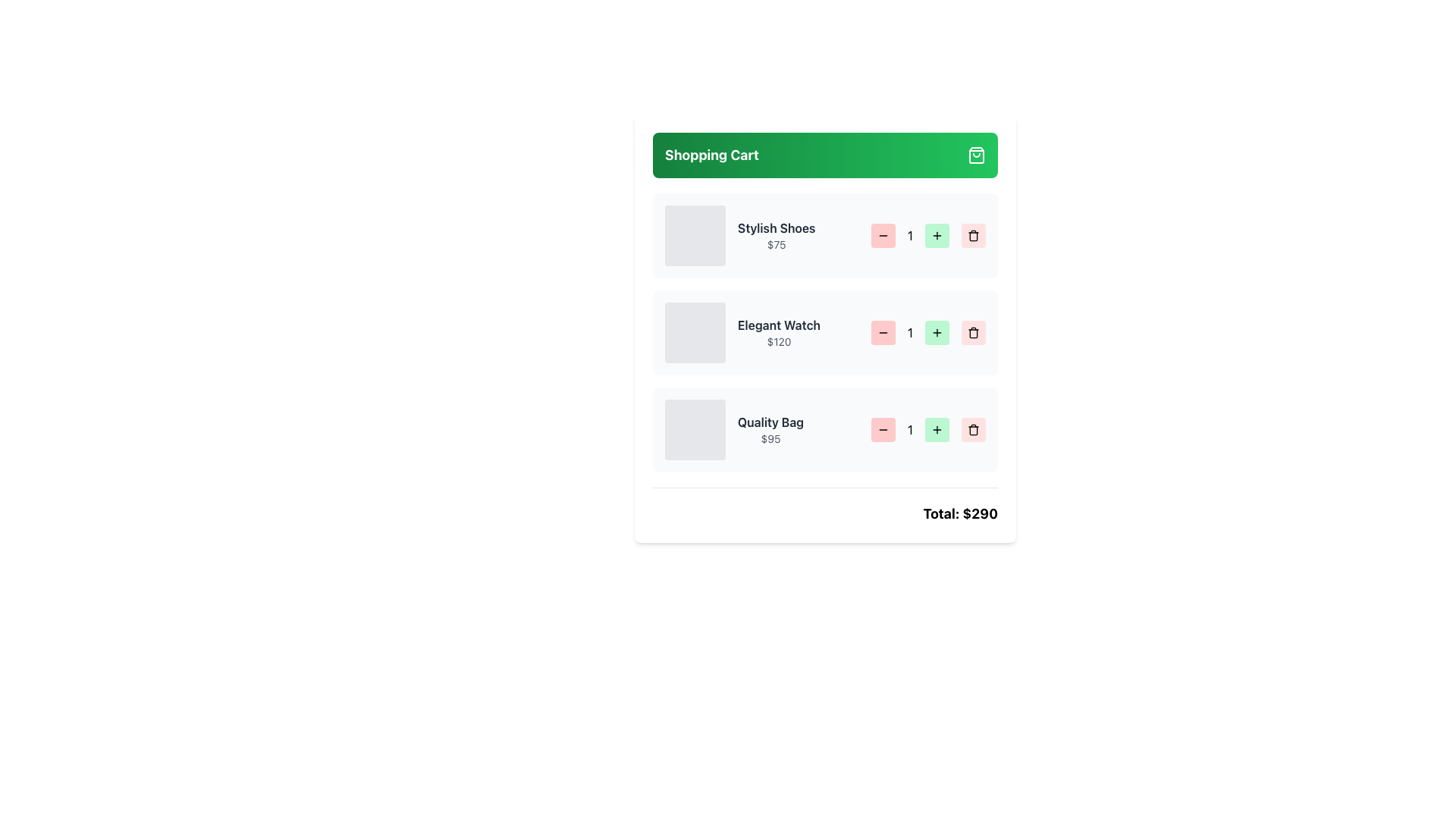 This screenshot has width=1456, height=819. What do you see at coordinates (937, 236) in the screenshot?
I see `the green circular button with a plus icon in the center to increase the quantity in the shopping cart` at bounding box center [937, 236].